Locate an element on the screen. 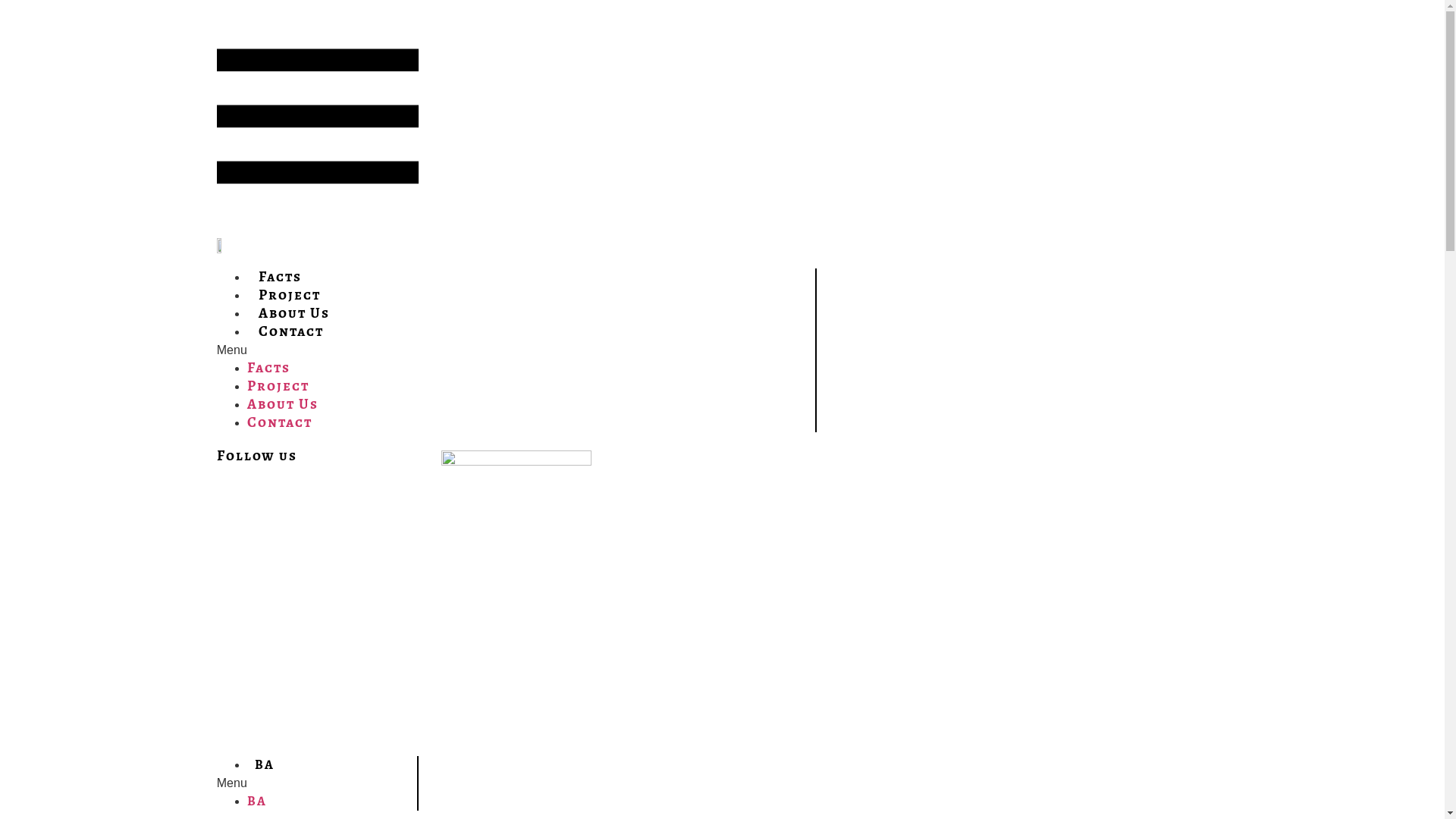 The image size is (1456, 819). 'Project' is located at coordinates (290, 294).